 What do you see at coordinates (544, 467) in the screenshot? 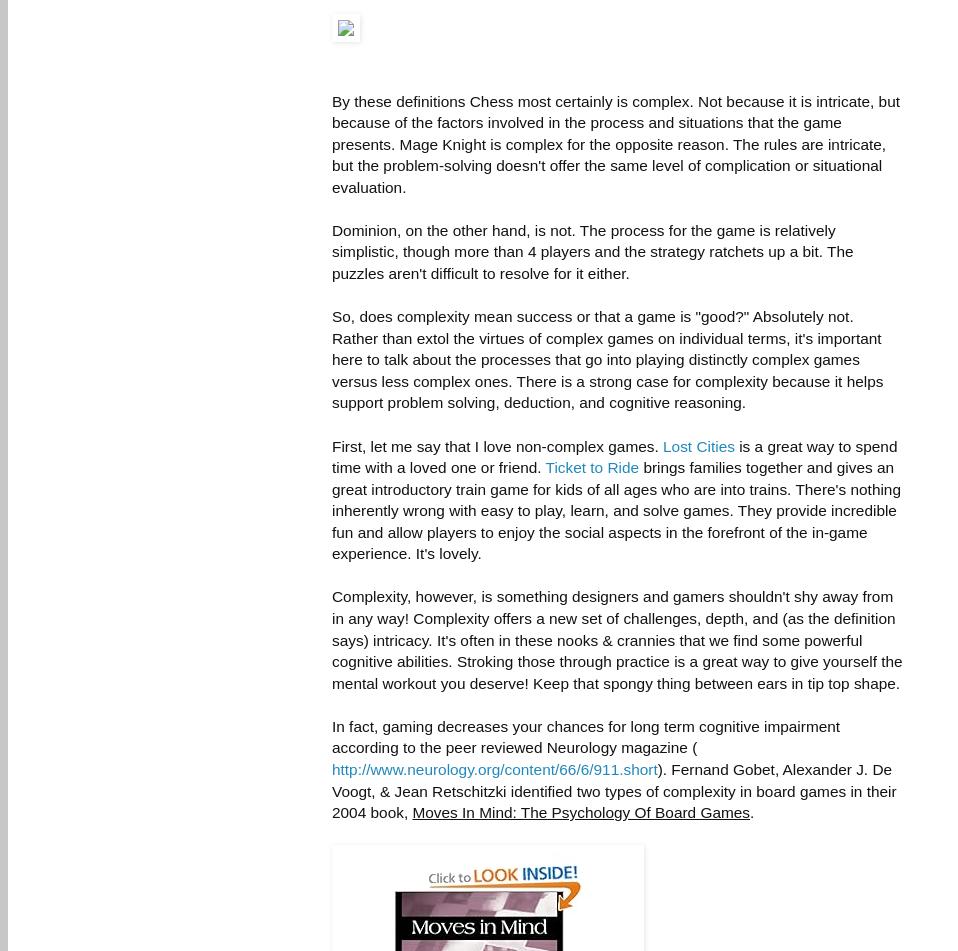
I see `'Ticket to Ride'` at bounding box center [544, 467].